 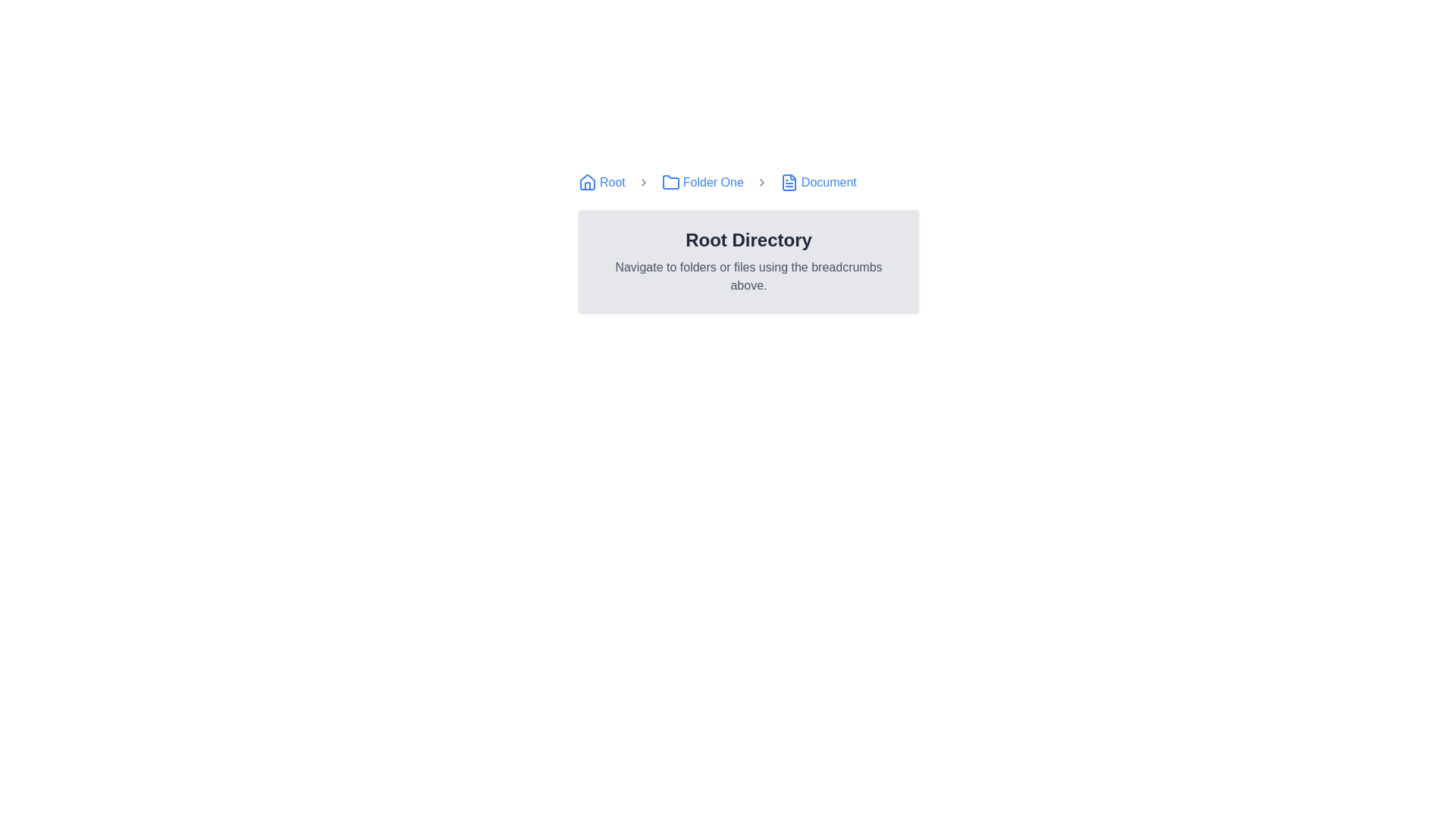 I want to click on the folder icon in the breadcrumb navigation labeled 'Folder One', which is styled as a link and is the third element in the breadcrumb sequence, so click(x=701, y=181).